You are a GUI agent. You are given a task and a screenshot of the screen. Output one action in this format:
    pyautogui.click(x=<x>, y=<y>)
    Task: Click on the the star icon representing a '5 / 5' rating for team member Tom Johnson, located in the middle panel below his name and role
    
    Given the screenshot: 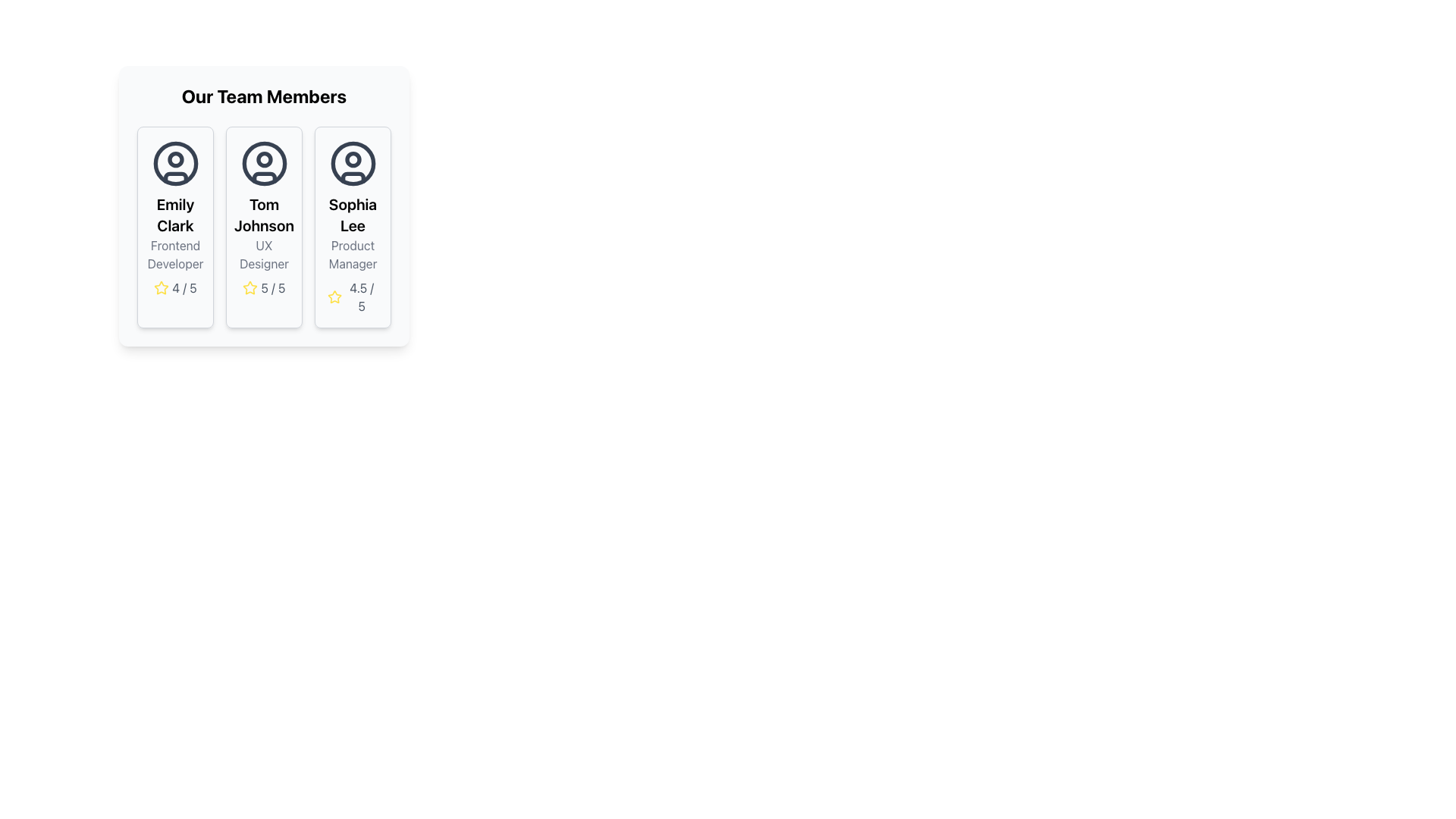 What is the action you would take?
    pyautogui.click(x=250, y=288)
    